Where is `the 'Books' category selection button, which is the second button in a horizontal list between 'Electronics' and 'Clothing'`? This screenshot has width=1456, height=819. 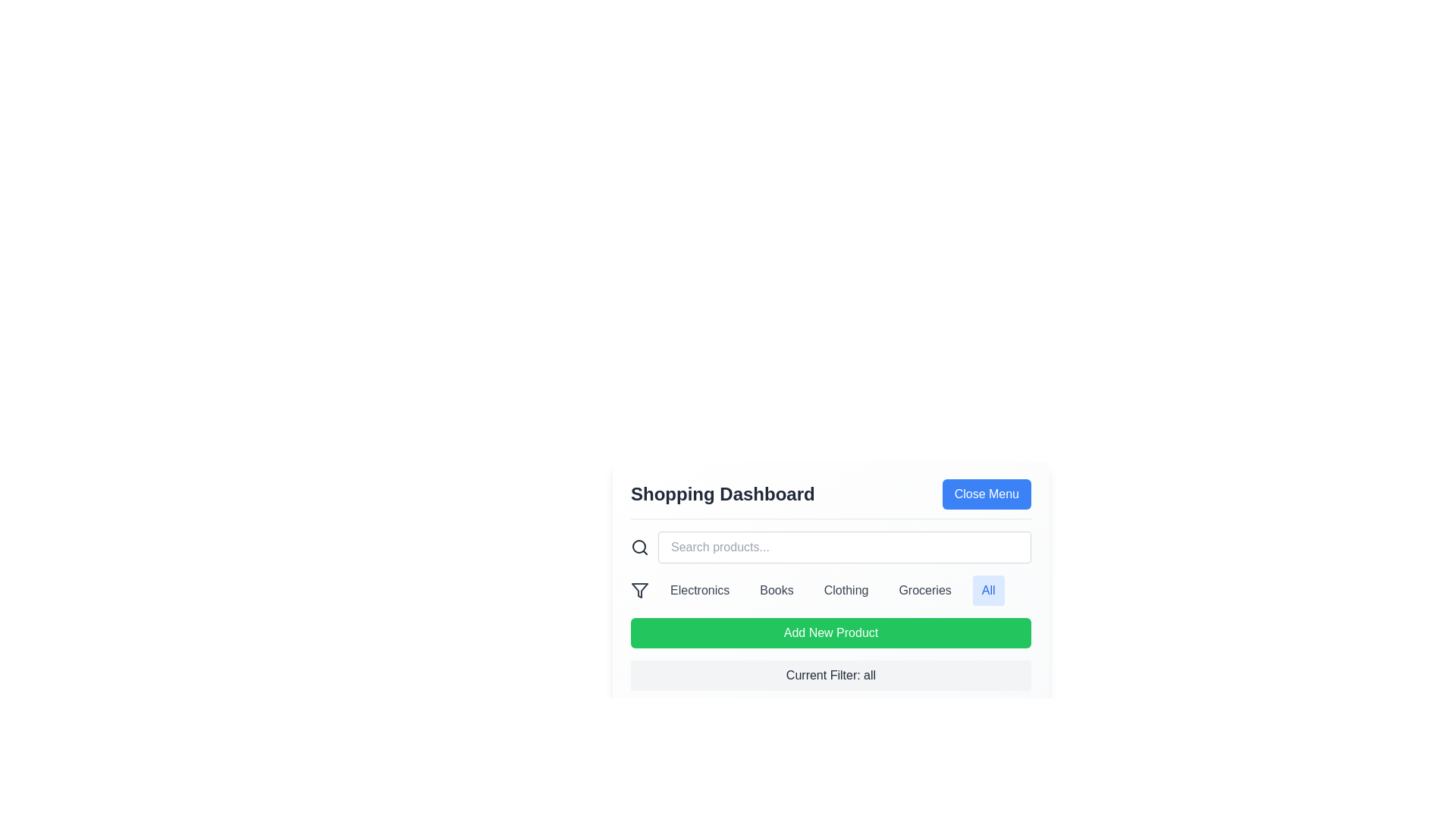 the 'Books' category selection button, which is the second button in a horizontal list between 'Electronics' and 'Clothing' is located at coordinates (777, 590).